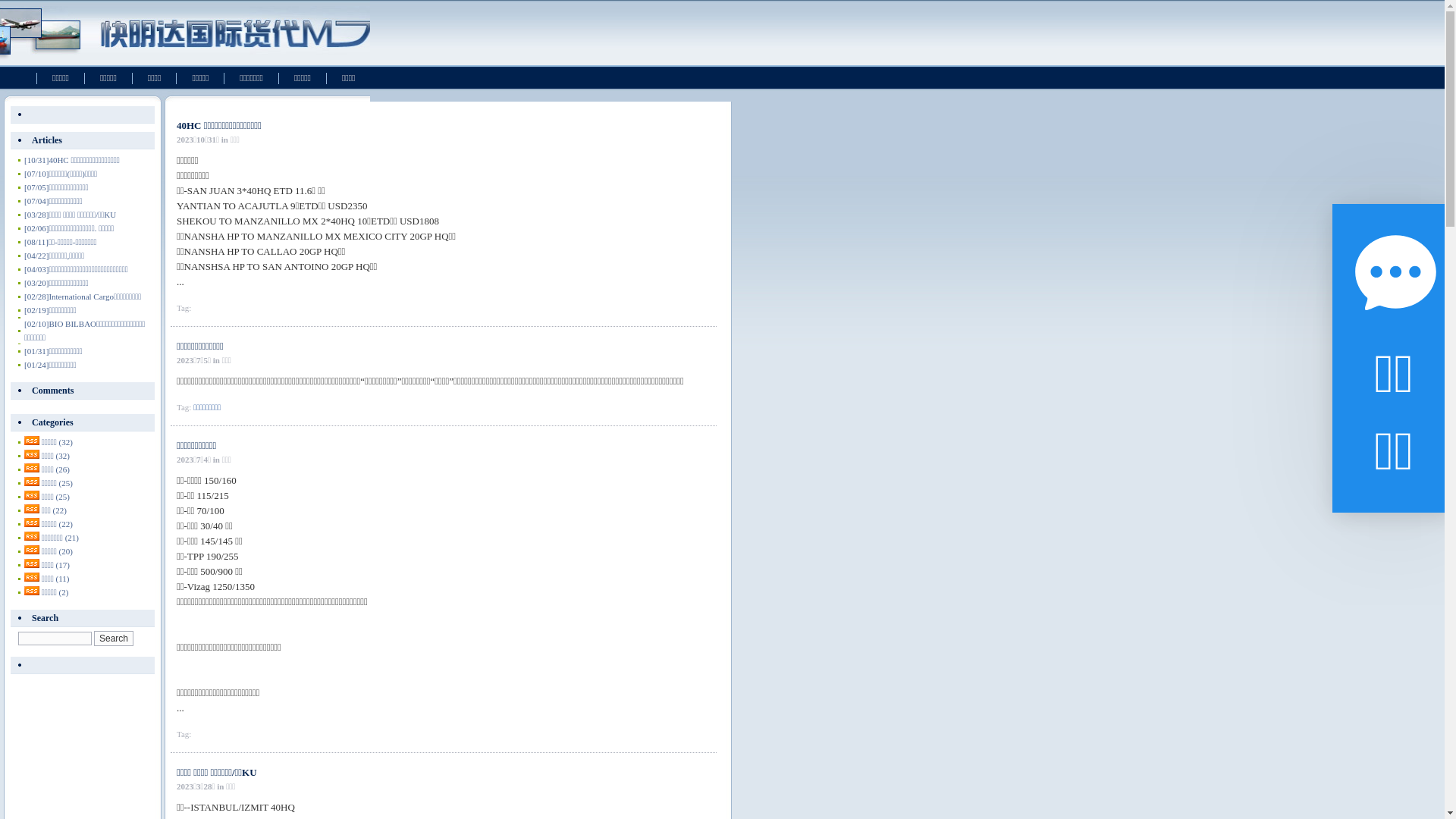 The width and height of the screenshot is (1456, 819). Describe the element at coordinates (32, 563) in the screenshot. I see `'rss'` at that location.